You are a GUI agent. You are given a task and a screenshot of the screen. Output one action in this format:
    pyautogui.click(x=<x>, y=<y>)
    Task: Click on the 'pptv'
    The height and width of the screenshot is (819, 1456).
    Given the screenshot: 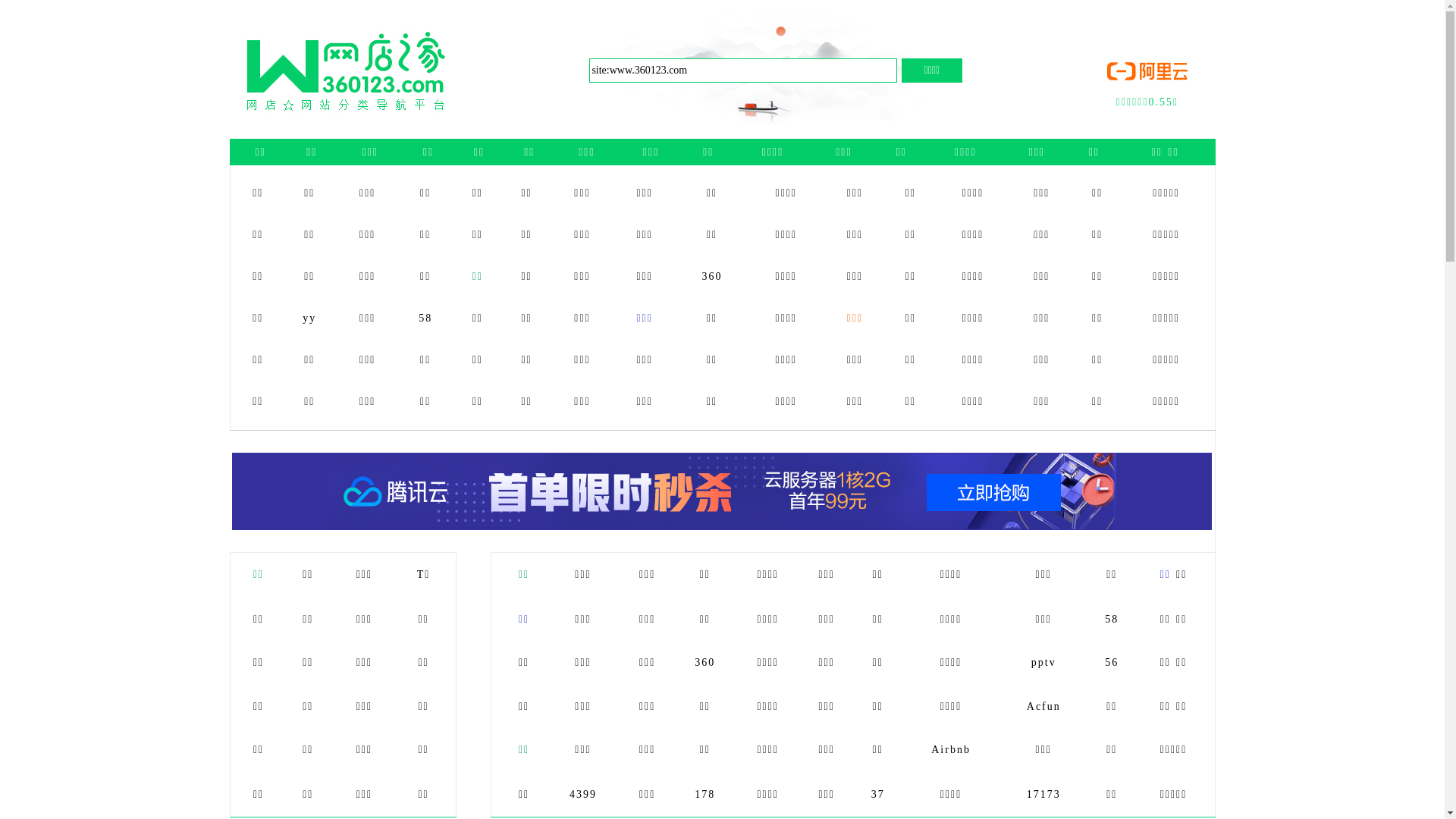 What is the action you would take?
    pyautogui.click(x=1043, y=661)
    